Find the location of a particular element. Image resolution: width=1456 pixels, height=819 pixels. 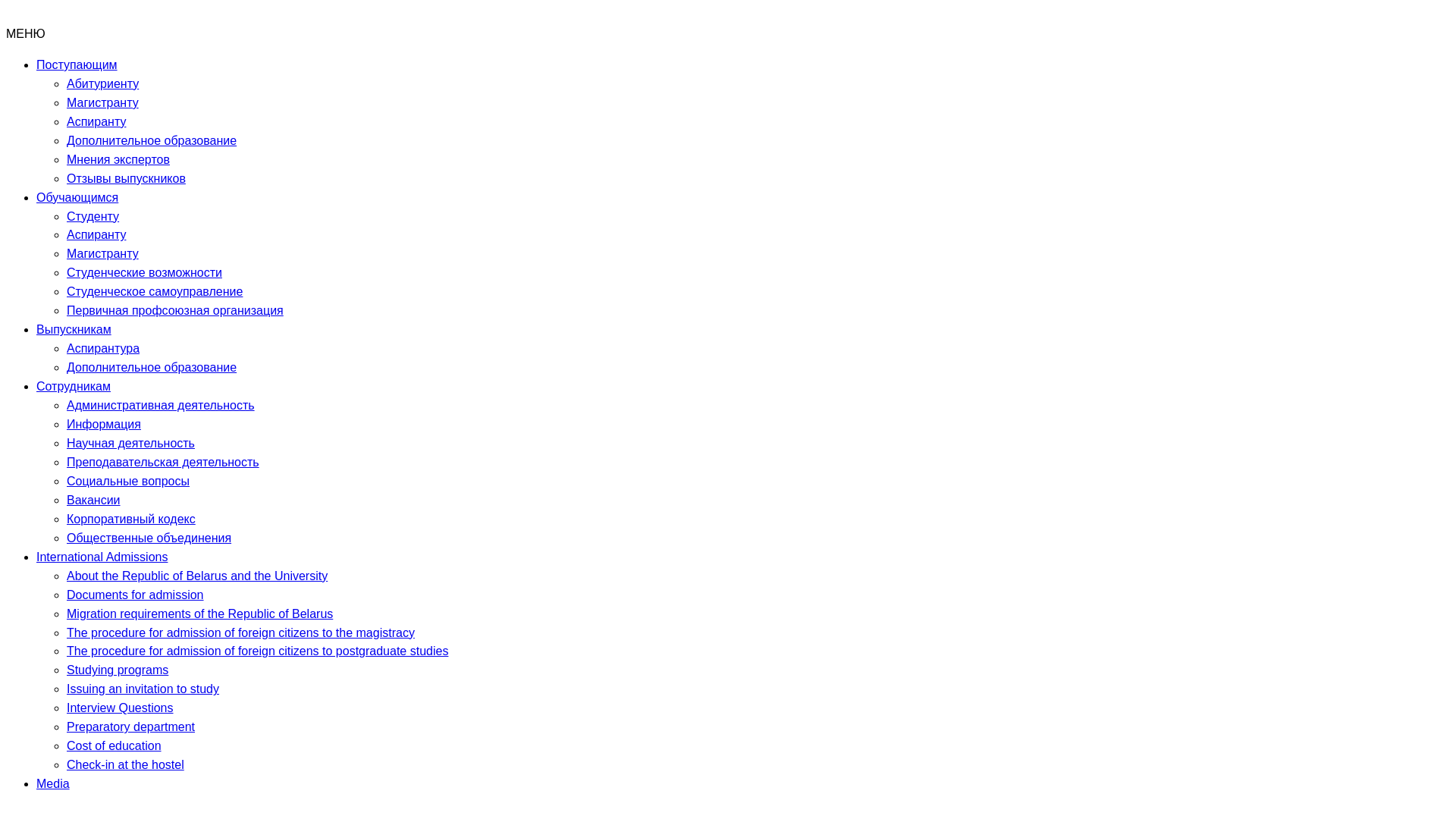

'Media' is located at coordinates (53, 783).